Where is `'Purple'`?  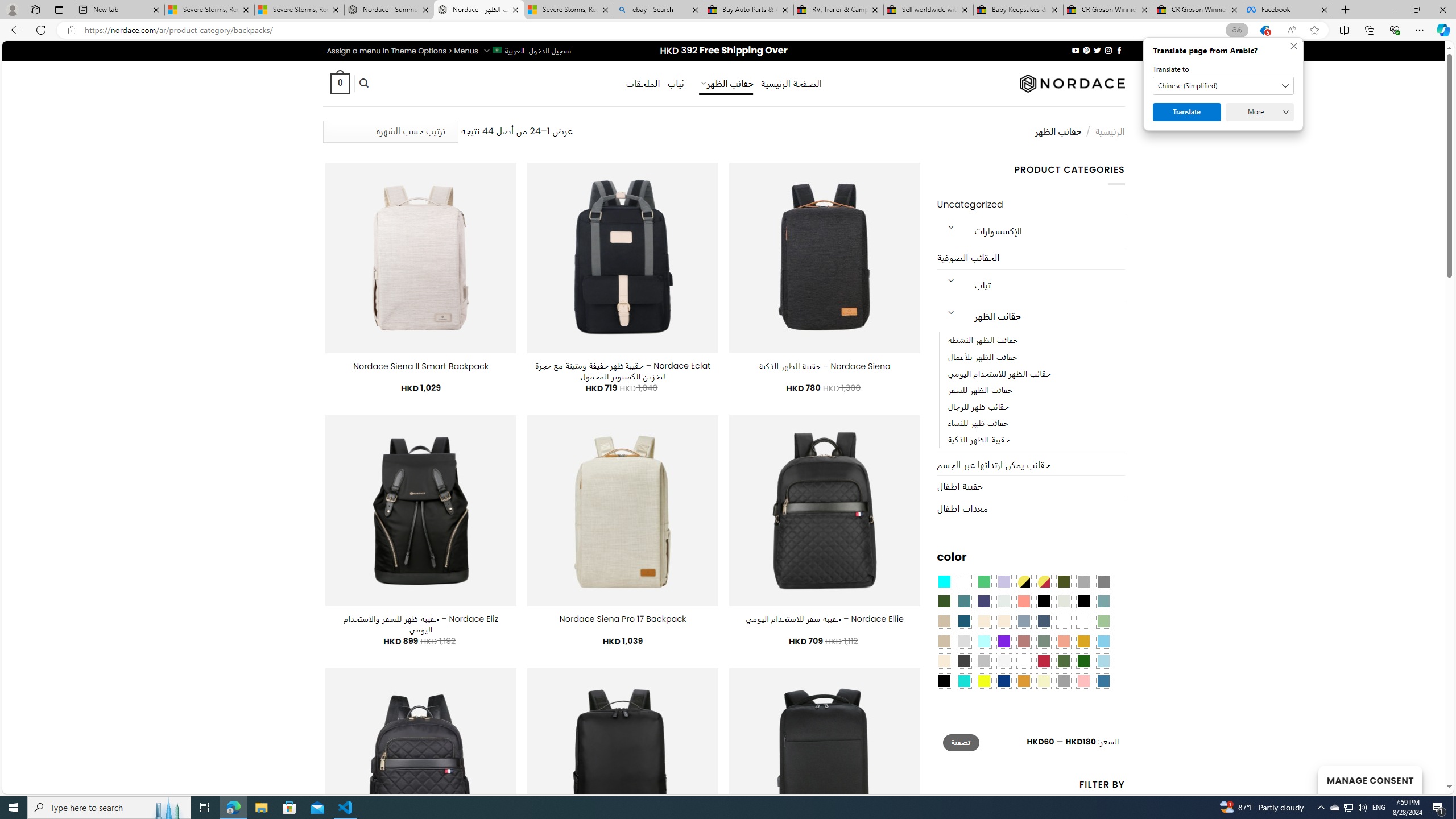 'Purple' is located at coordinates (1004, 640).